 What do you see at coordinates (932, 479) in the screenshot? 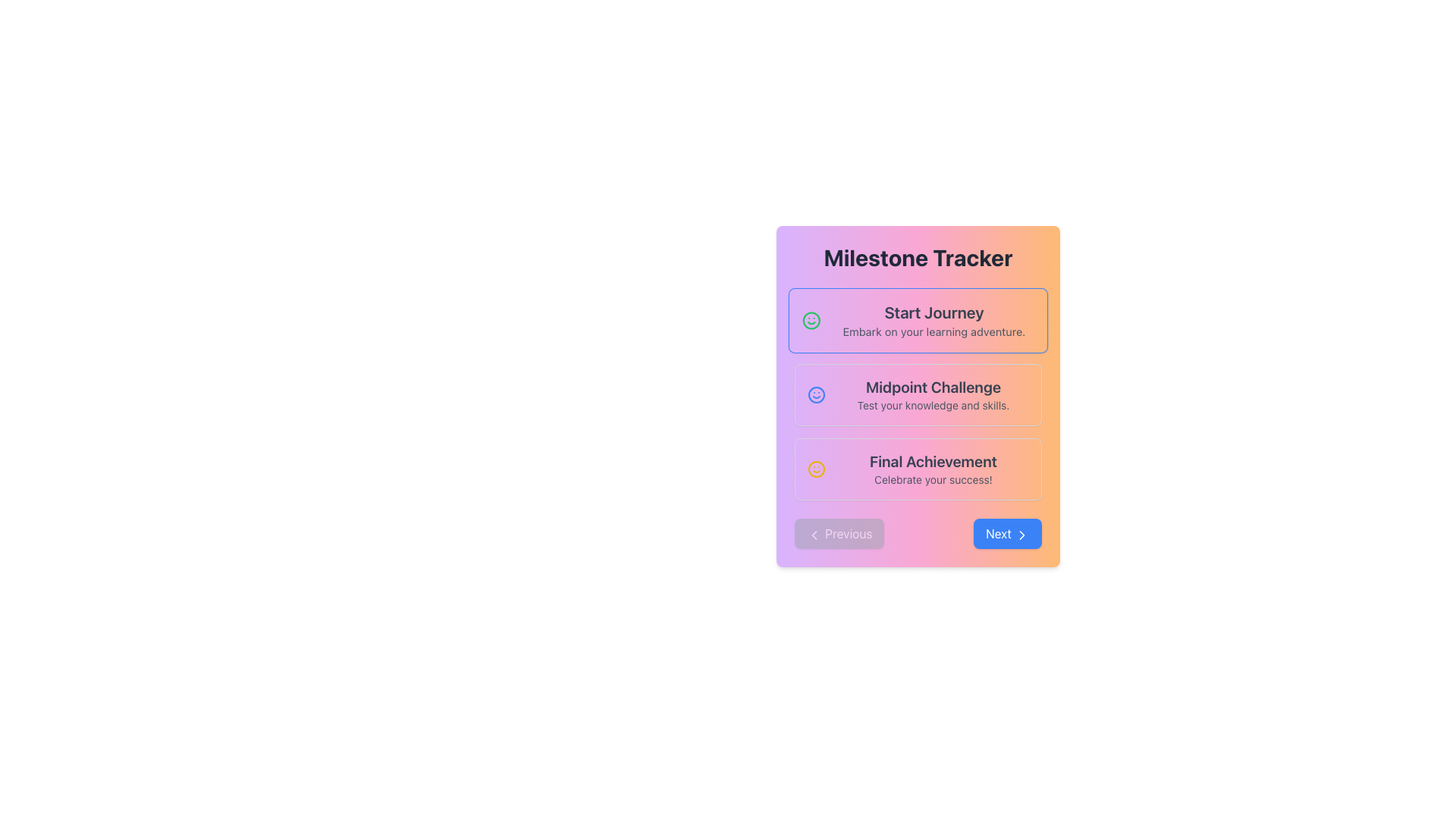
I see `the static text element displaying 'Celebrate your success!' located below 'Final Achievement' in the right-hand section of the interface` at bounding box center [932, 479].